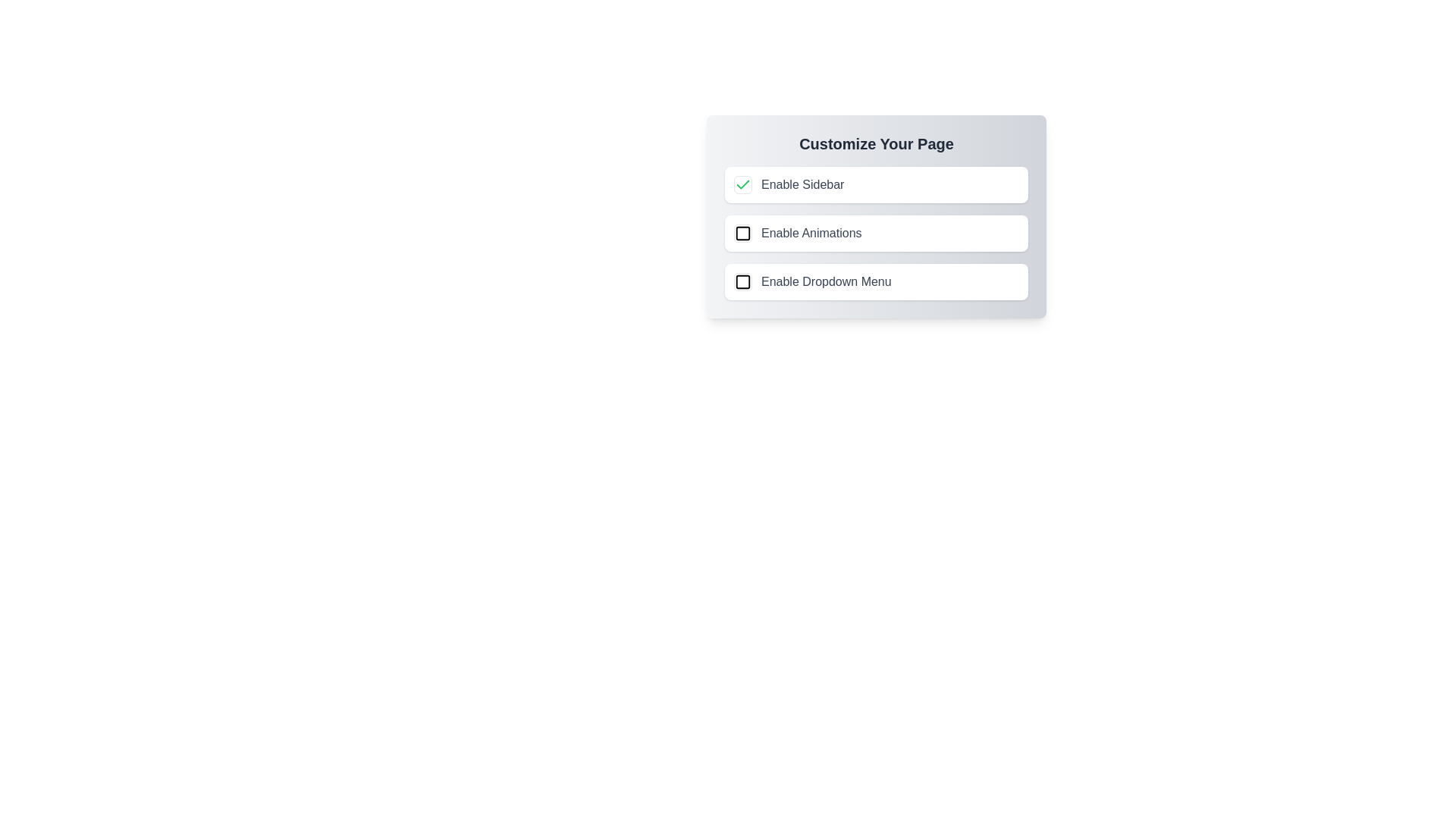 Image resolution: width=1456 pixels, height=819 pixels. I want to click on the square checkbox for the 'Enable Dropdown Menu' option, so click(742, 281).